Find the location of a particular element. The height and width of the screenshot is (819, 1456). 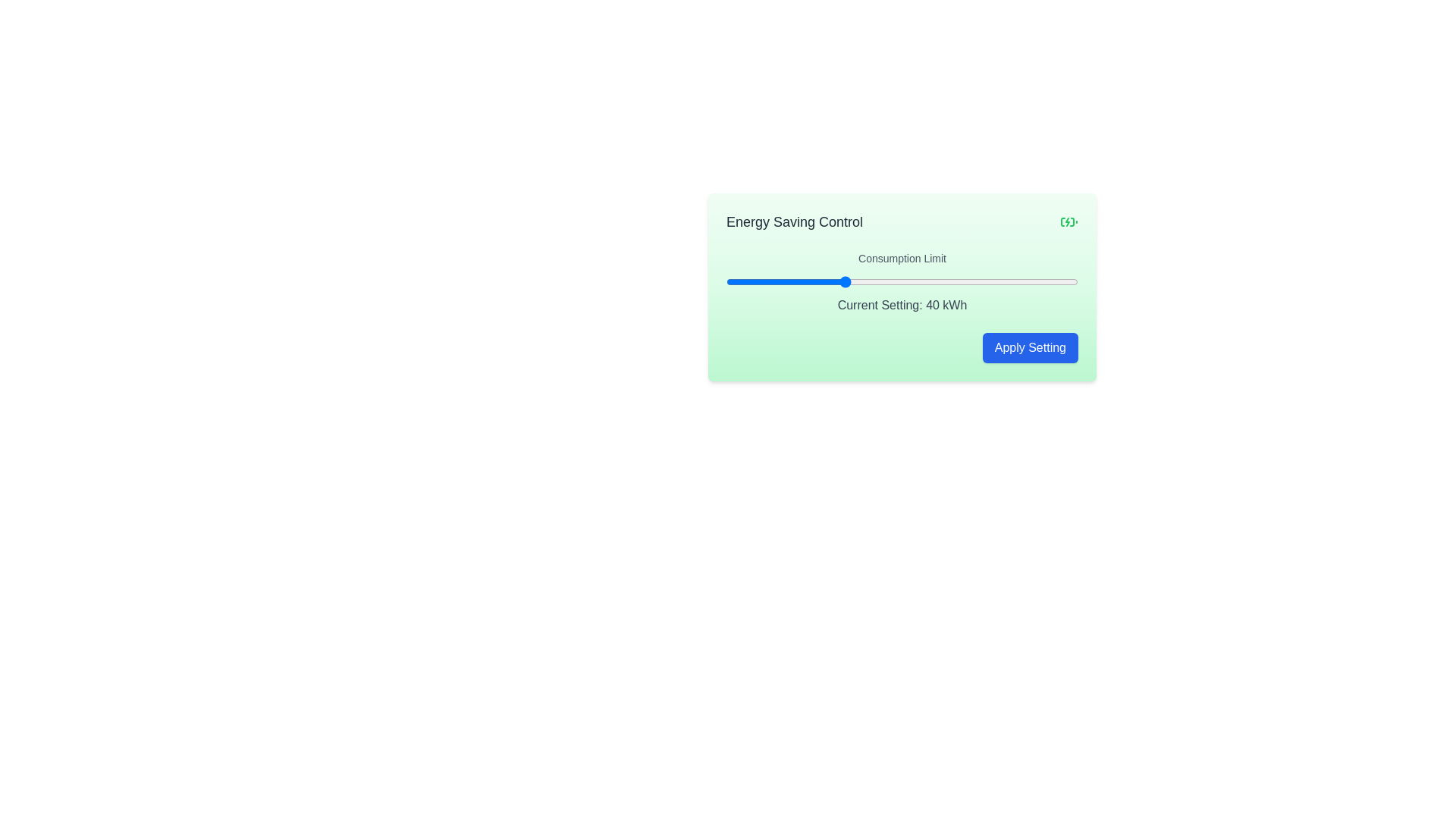

the consumption limit slider to set the value to 40 is located at coordinates (843, 281).